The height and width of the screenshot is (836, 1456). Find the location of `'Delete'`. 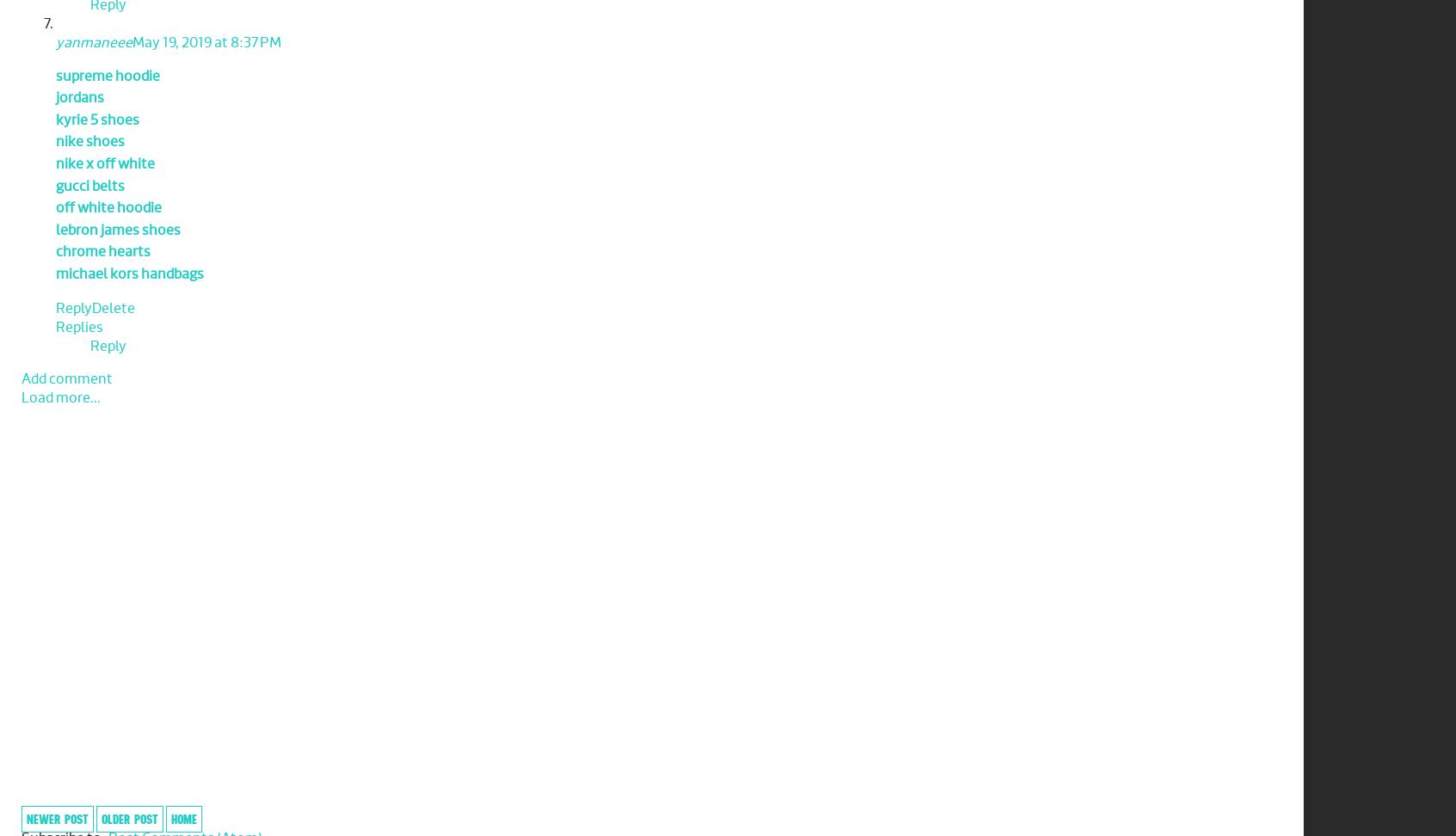

'Delete' is located at coordinates (113, 306).